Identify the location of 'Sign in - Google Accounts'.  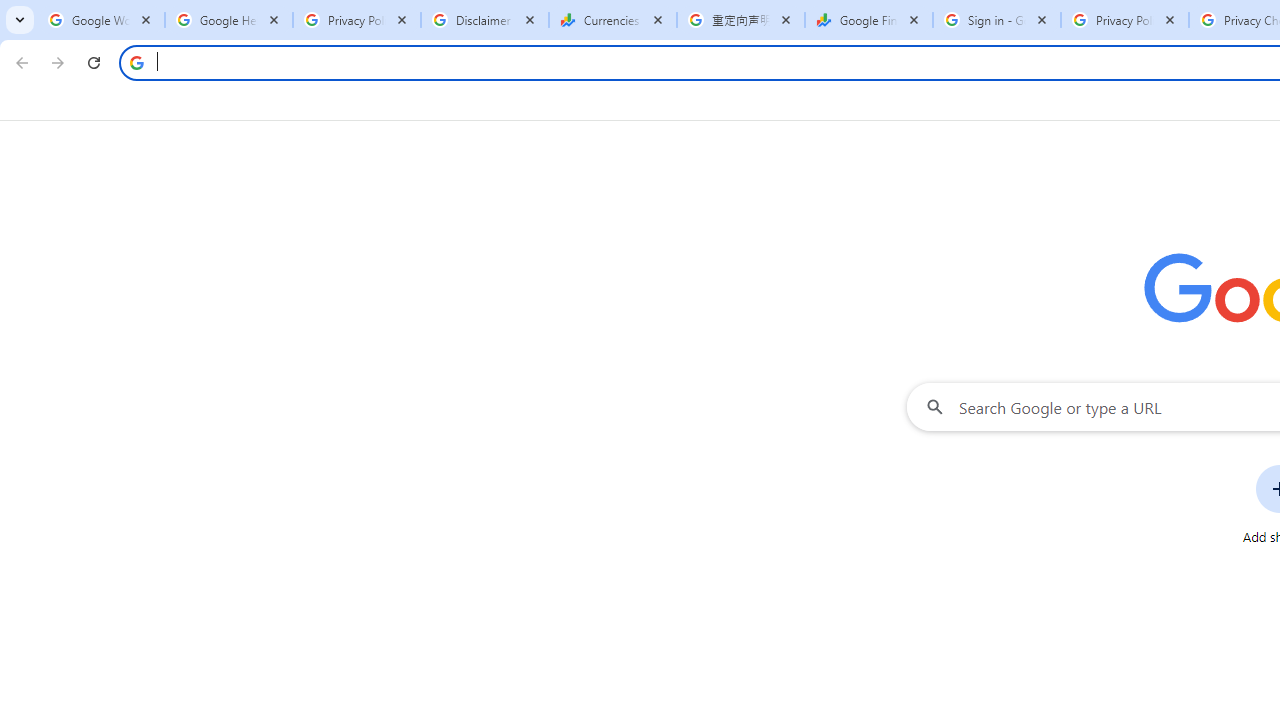
(997, 20).